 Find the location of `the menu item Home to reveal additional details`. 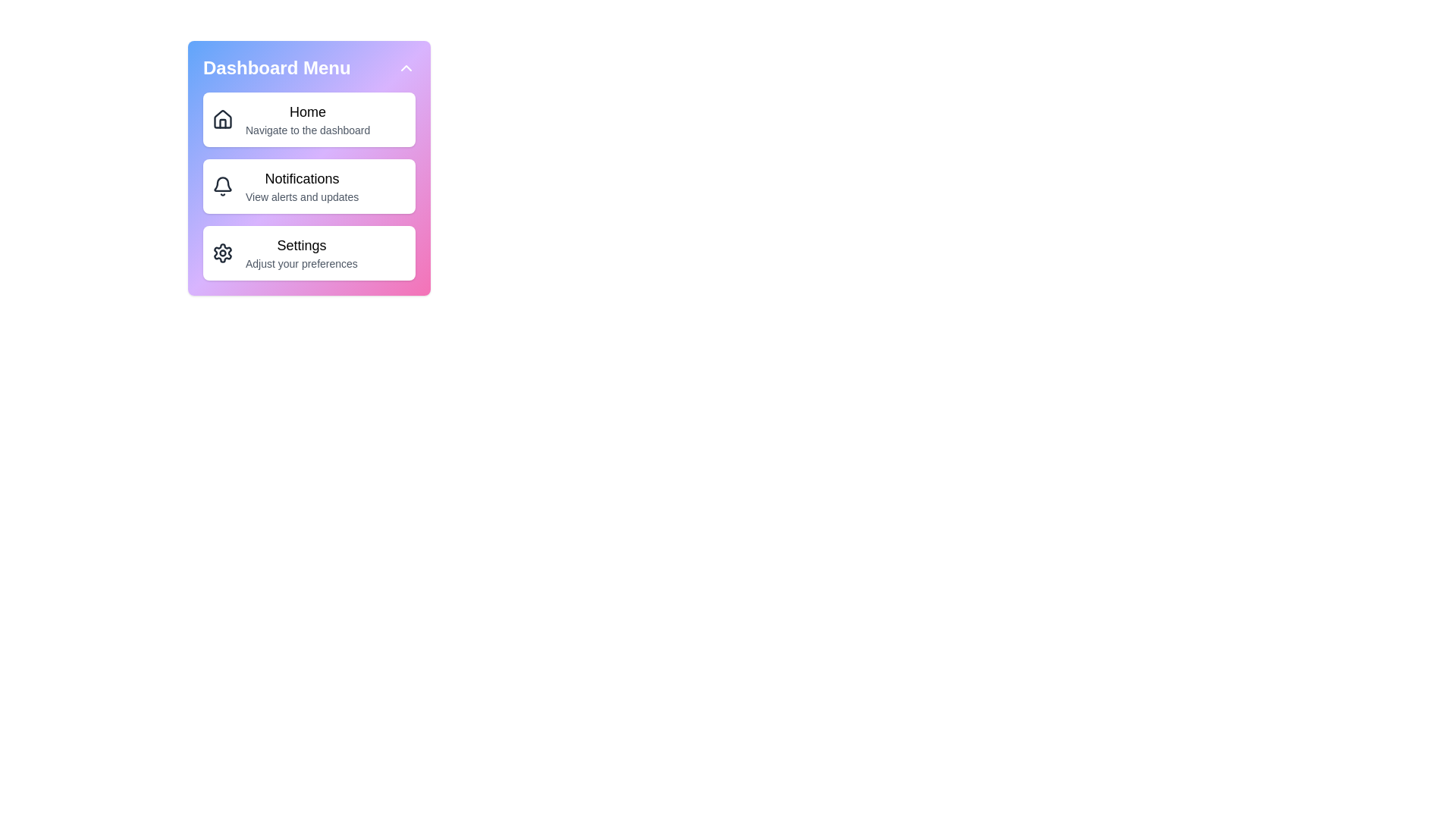

the menu item Home to reveal additional details is located at coordinates (309, 119).